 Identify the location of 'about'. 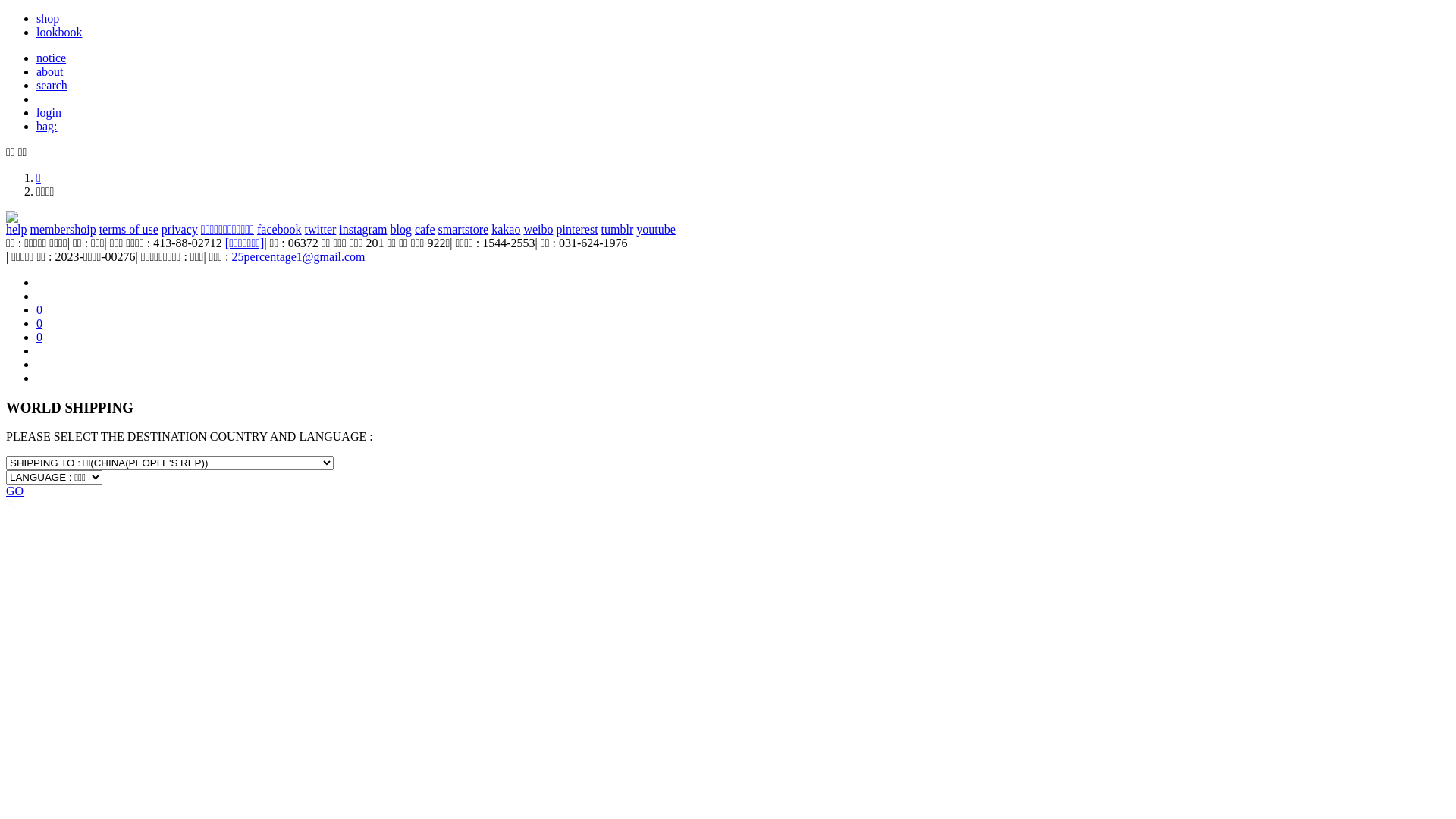
(50, 71).